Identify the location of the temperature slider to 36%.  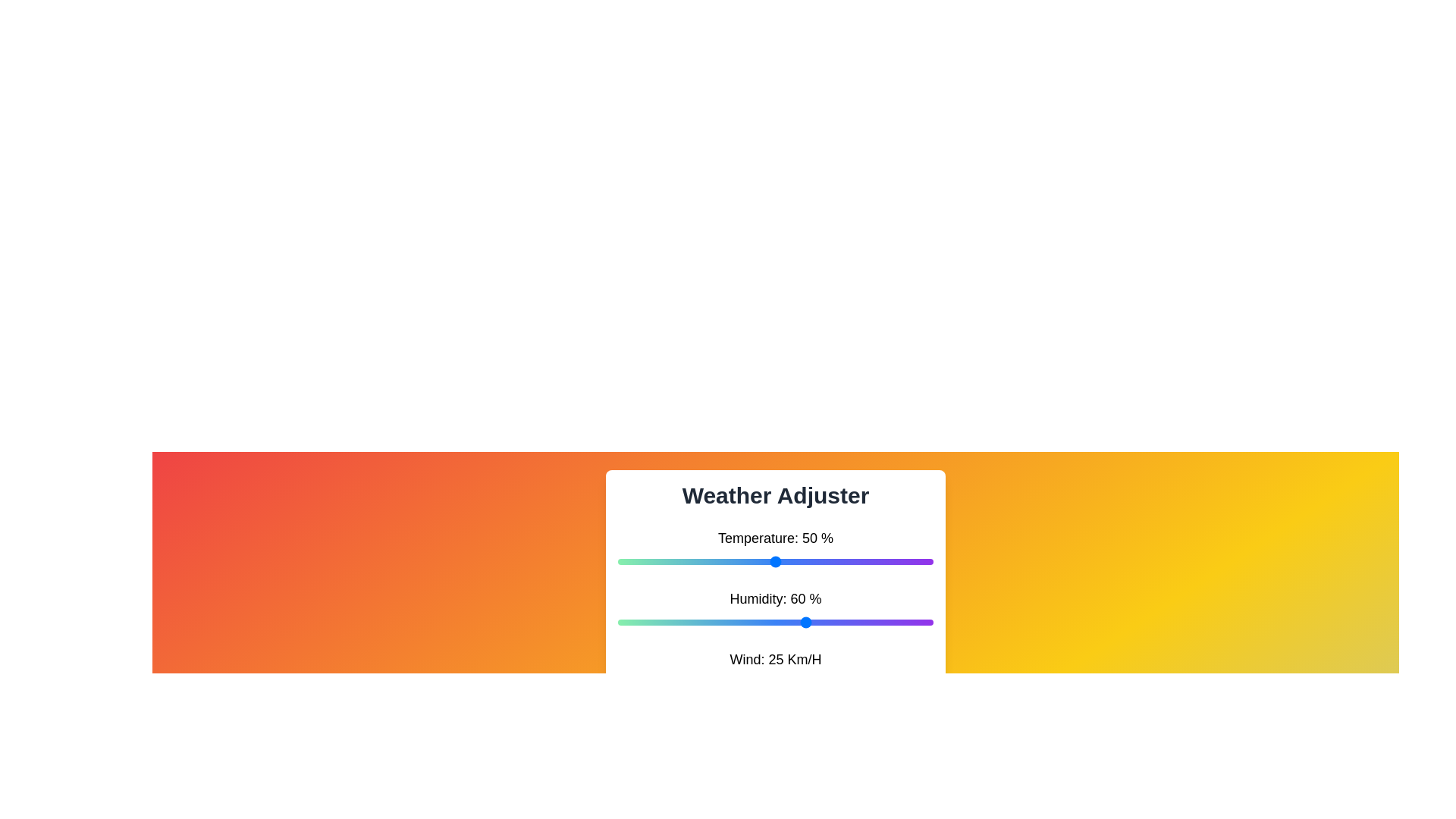
(731, 561).